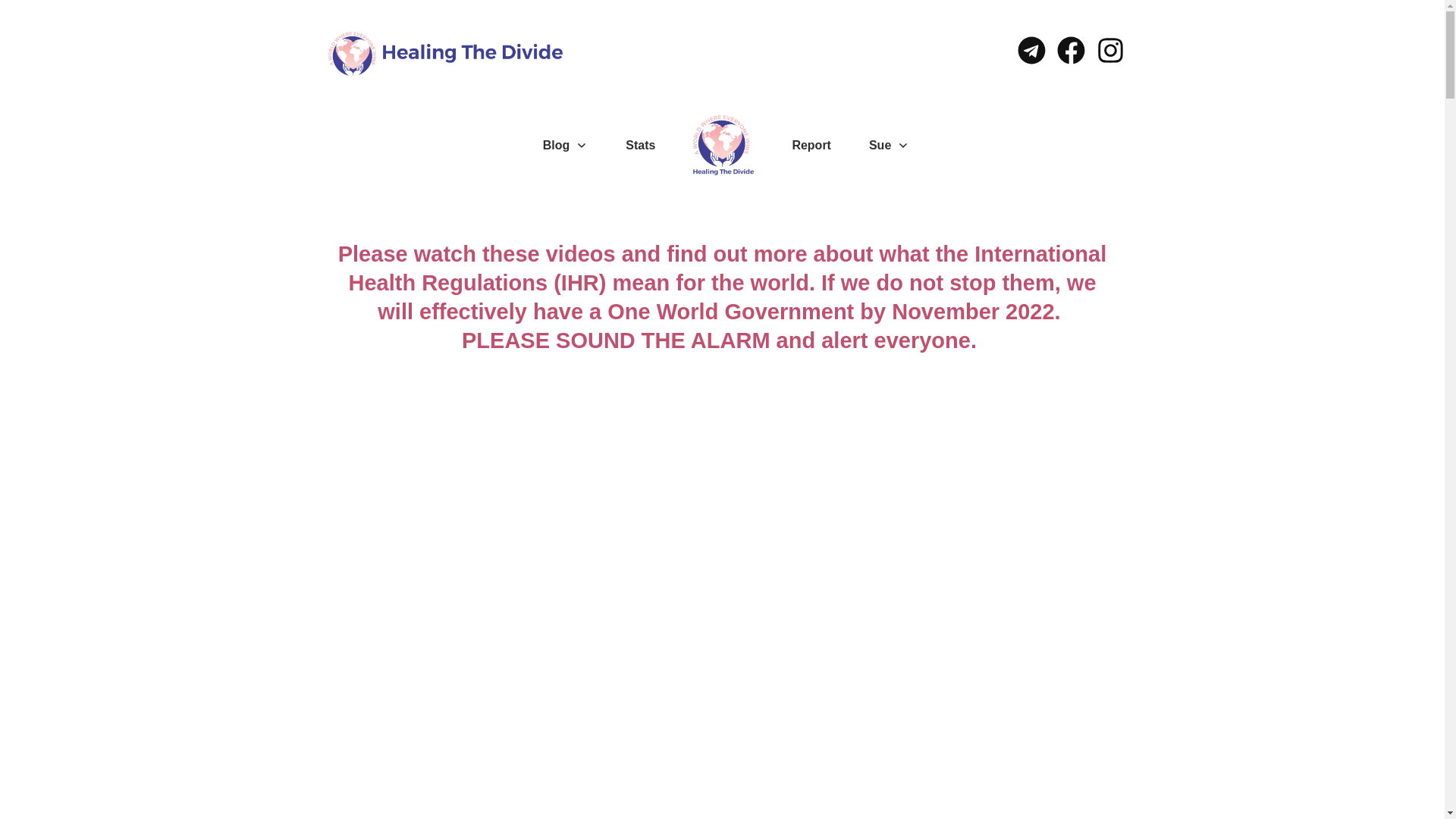 Image resolution: width=1456 pixels, height=819 pixels. What do you see at coordinates (889, 146) in the screenshot?
I see `'Sue'` at bounding box center [889, 146].